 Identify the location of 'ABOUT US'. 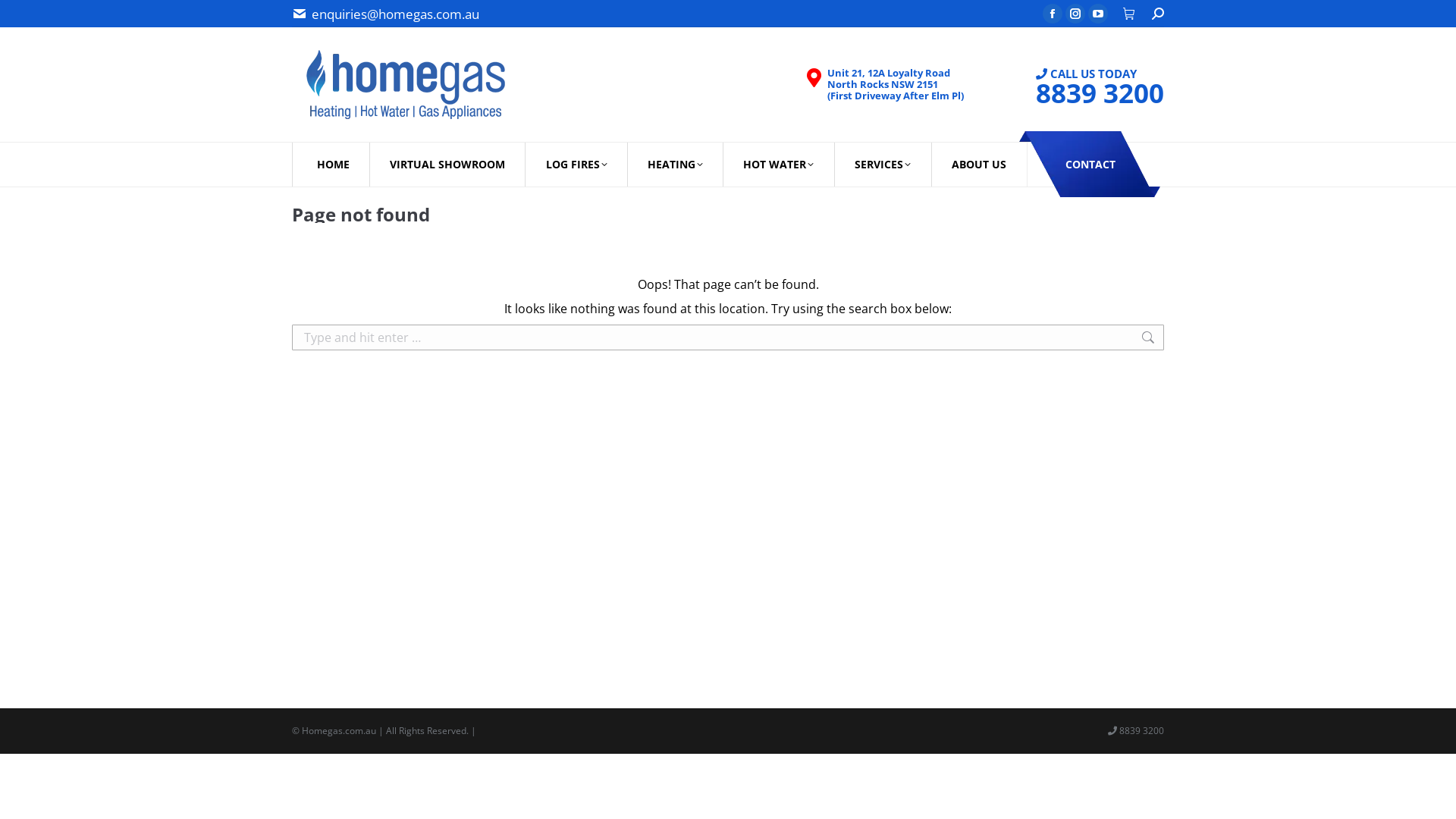
(979, 164).